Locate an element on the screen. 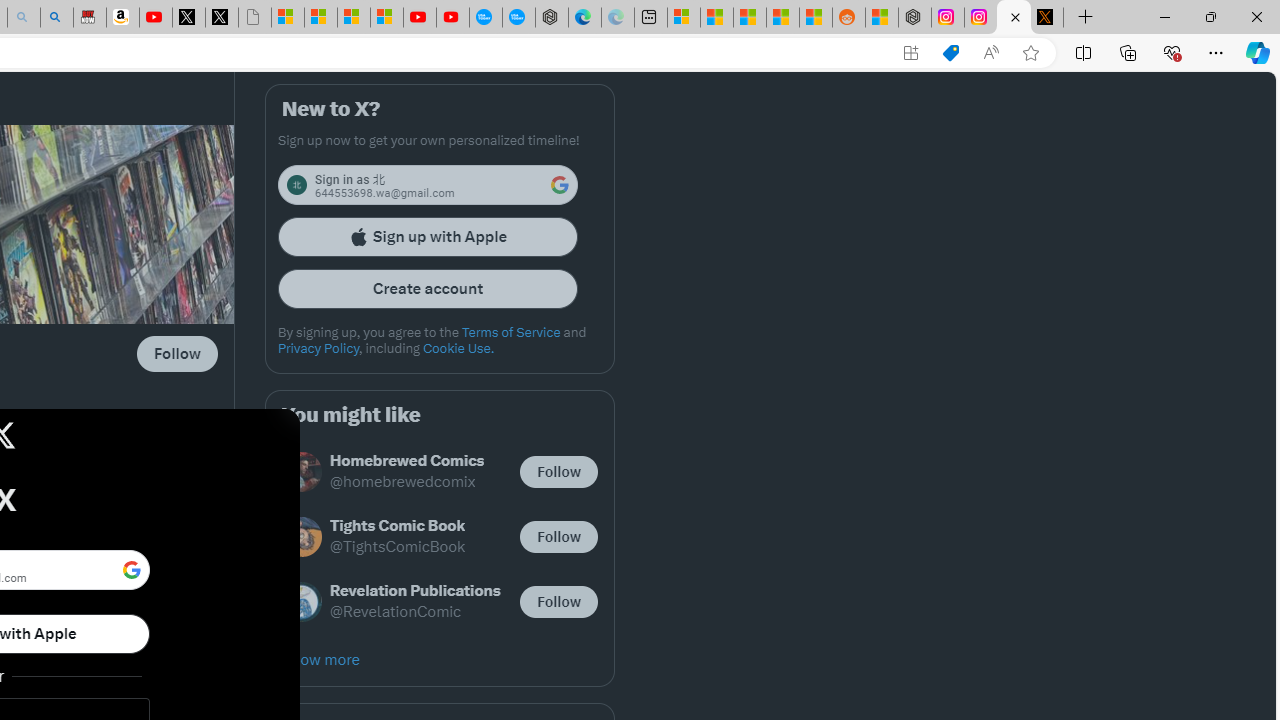 This screenshot has width=1280, height=720. 'YouTube Kids - An App Created for Kids to Explore Content' is located at coordinates (451, 17).